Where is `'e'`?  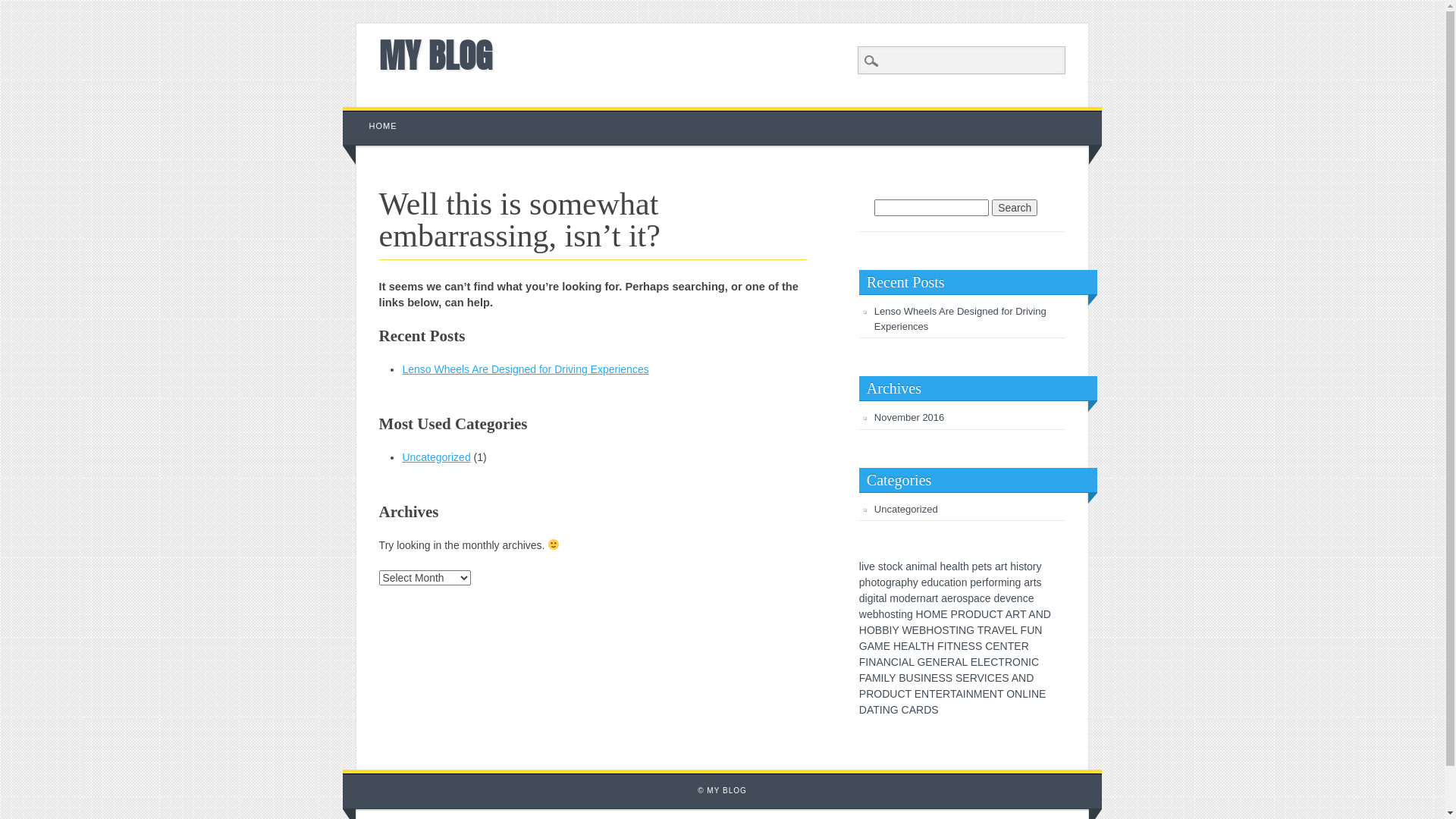
'e' is located at coordinates (985, 598).